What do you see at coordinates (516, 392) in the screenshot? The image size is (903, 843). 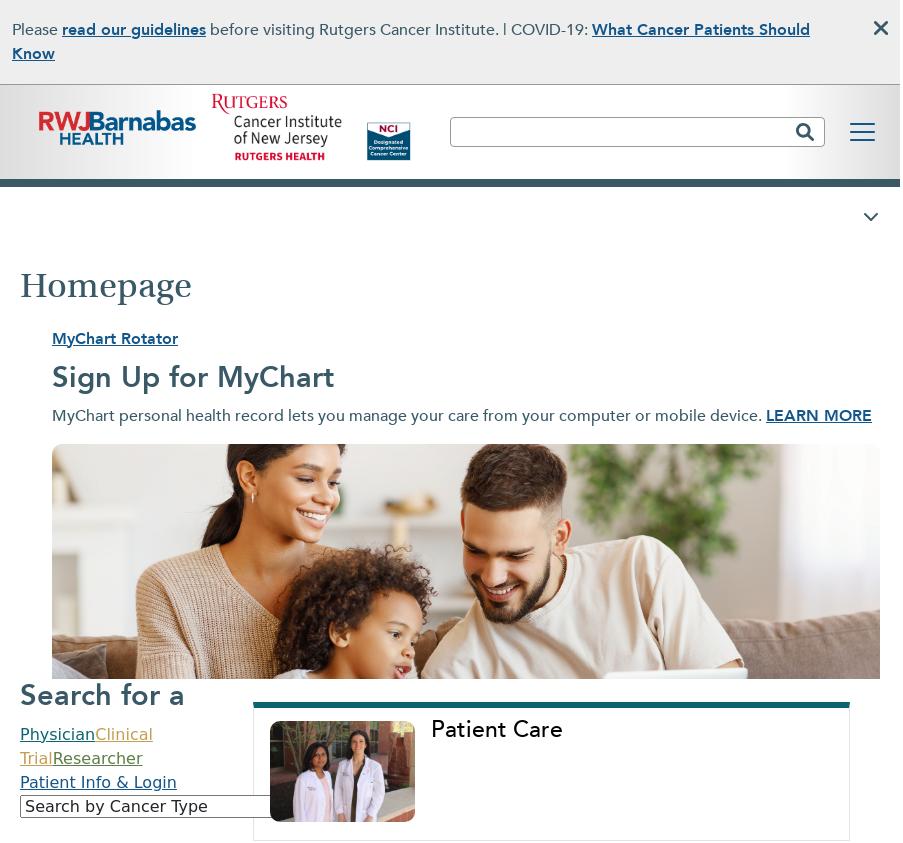 I see `'Request an Appointment'` at bounding box center [516, 392].